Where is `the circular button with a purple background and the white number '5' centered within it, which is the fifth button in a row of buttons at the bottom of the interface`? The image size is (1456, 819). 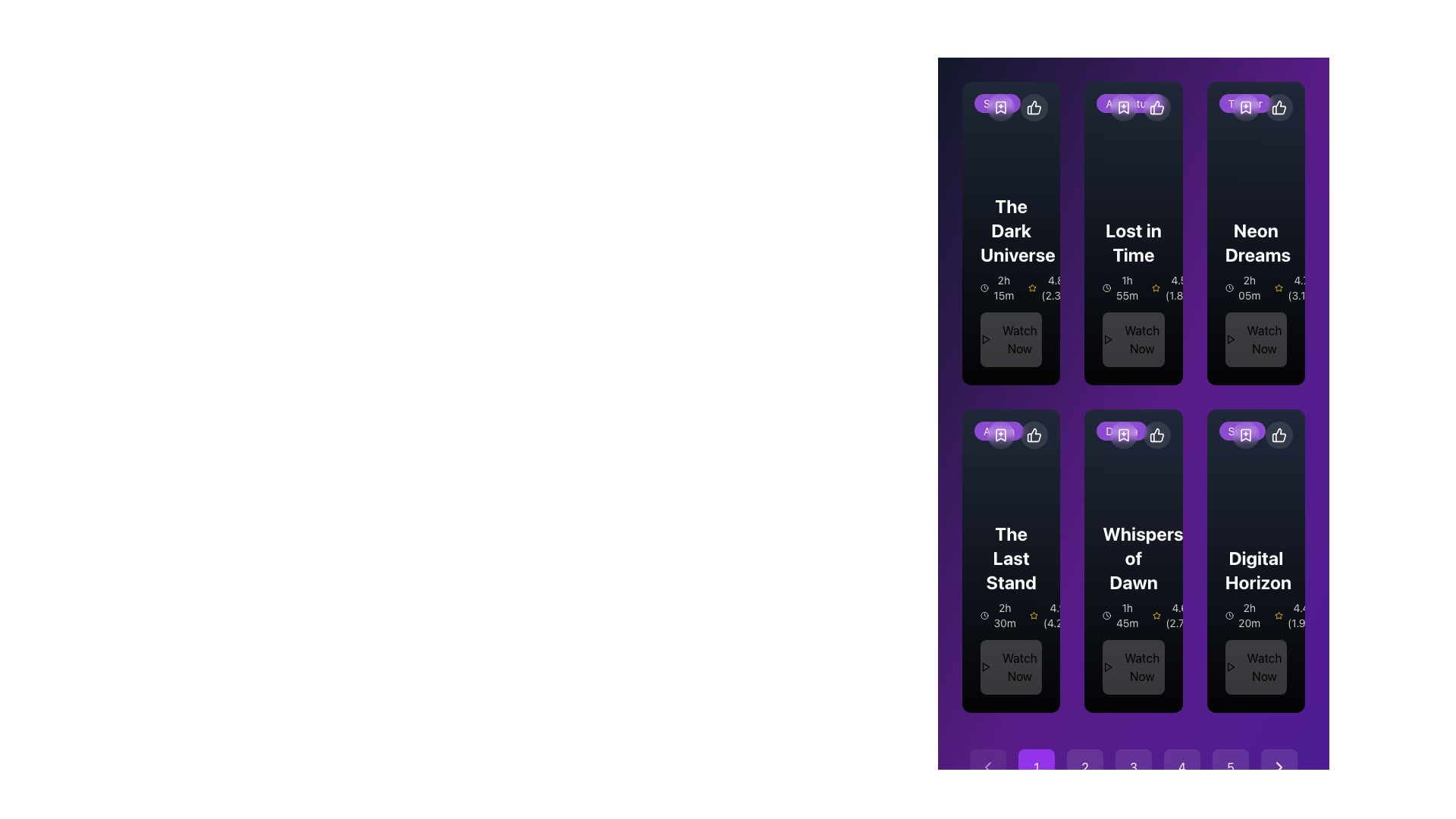 the circular button with a purple background and the white number '5' centered within it, which is the fifth button in a row of buttons at the bottom of the interface is located at coordinates (1230, 767).